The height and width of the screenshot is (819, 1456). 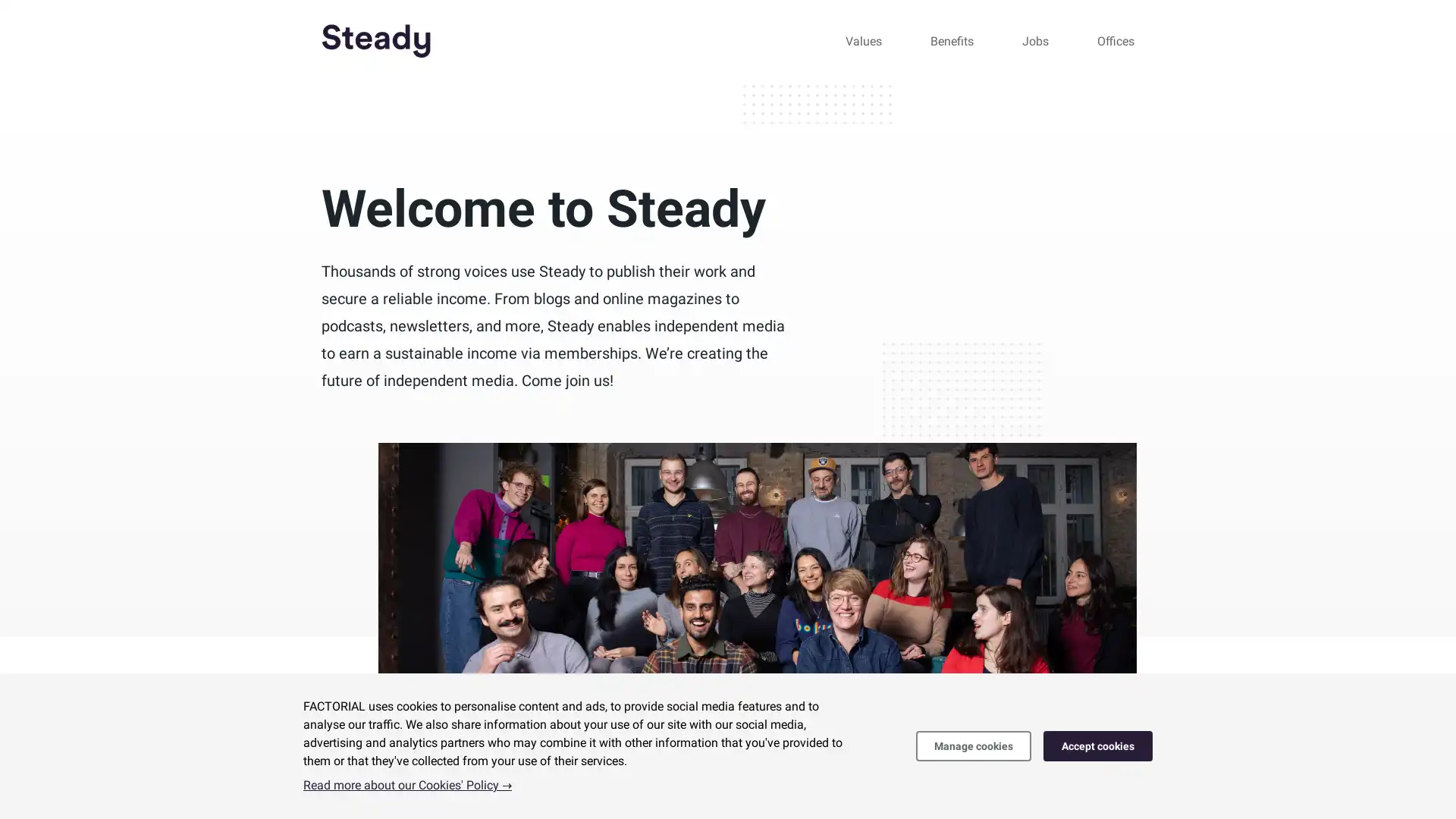 What do you see at coordinates (973, 745) in the screenshot?
I see `Manage cookies` at bounding box center [973, 745].